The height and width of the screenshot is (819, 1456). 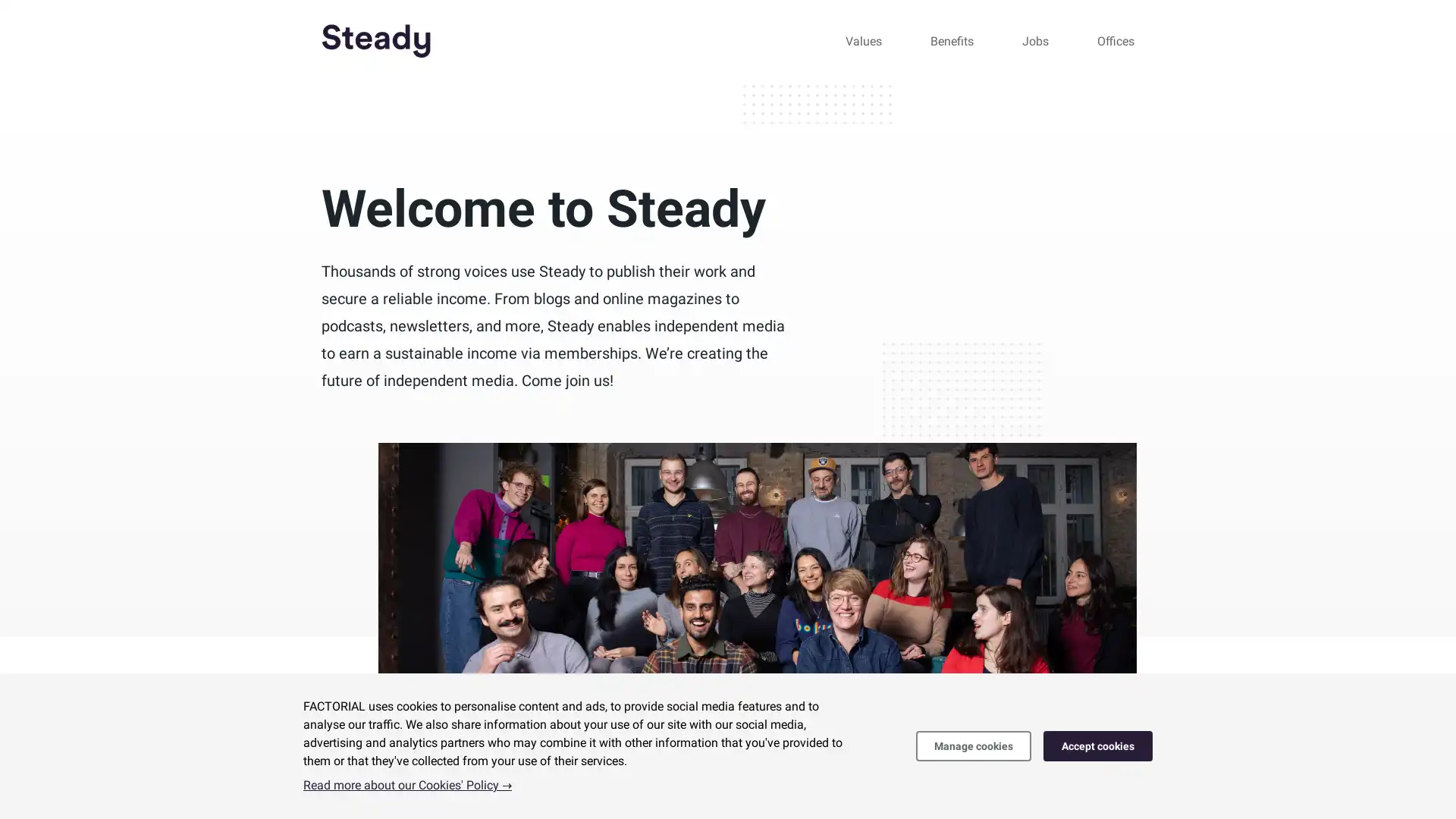 What do you see at coordinates (973, 745) in the screenshot?
I see `Manage cookies` at bounding box center [973, 745].